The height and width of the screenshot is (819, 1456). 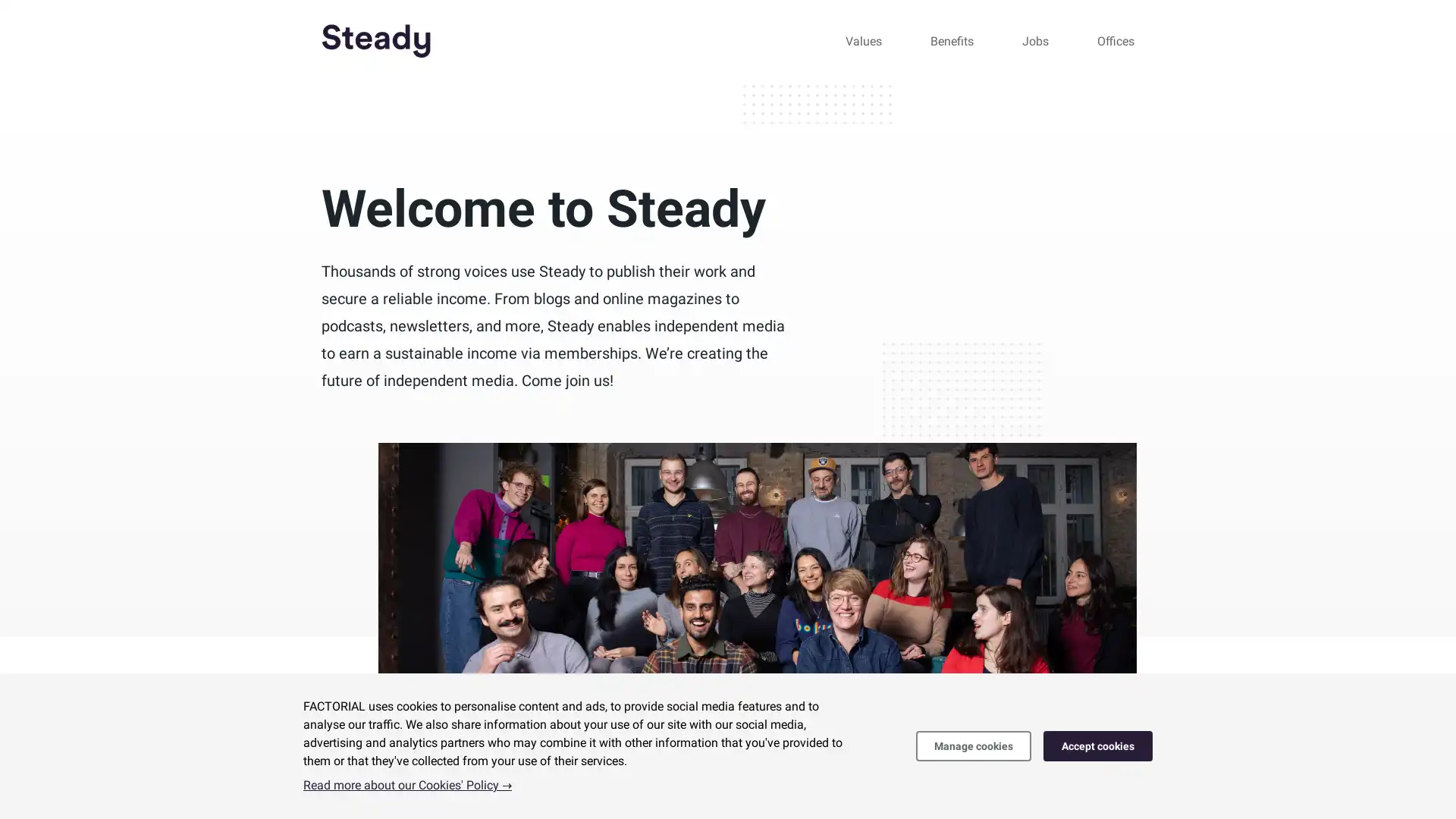 What do you see at coordinates (973, 745) in the screenshot?
I see `Manage cookies` at bounding box center [973, 745].